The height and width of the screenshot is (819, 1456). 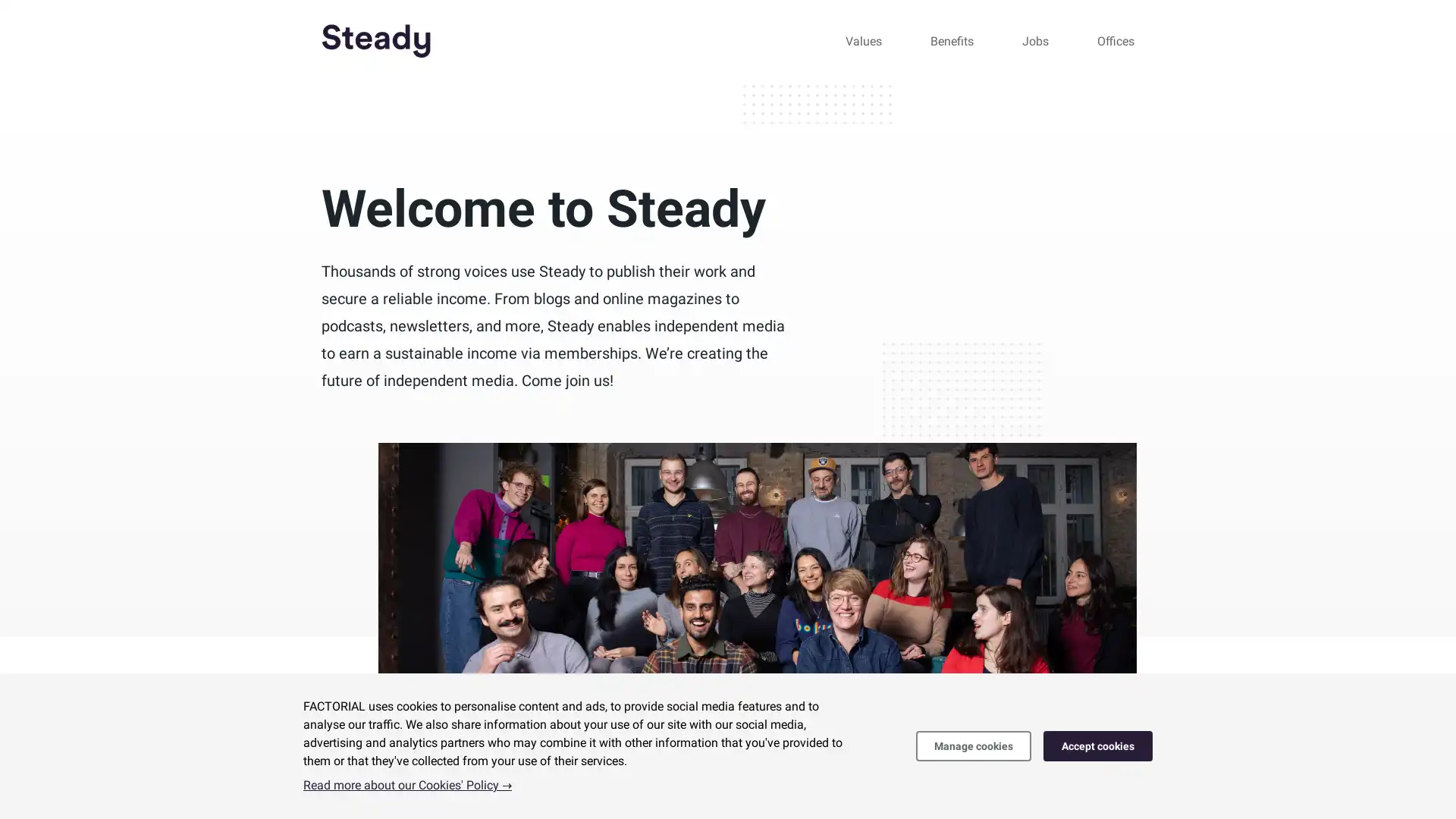 What do you see at coordinates (973, 745) in the screenshot?
I see `Manage cookies` at bounding box center [973, 745].